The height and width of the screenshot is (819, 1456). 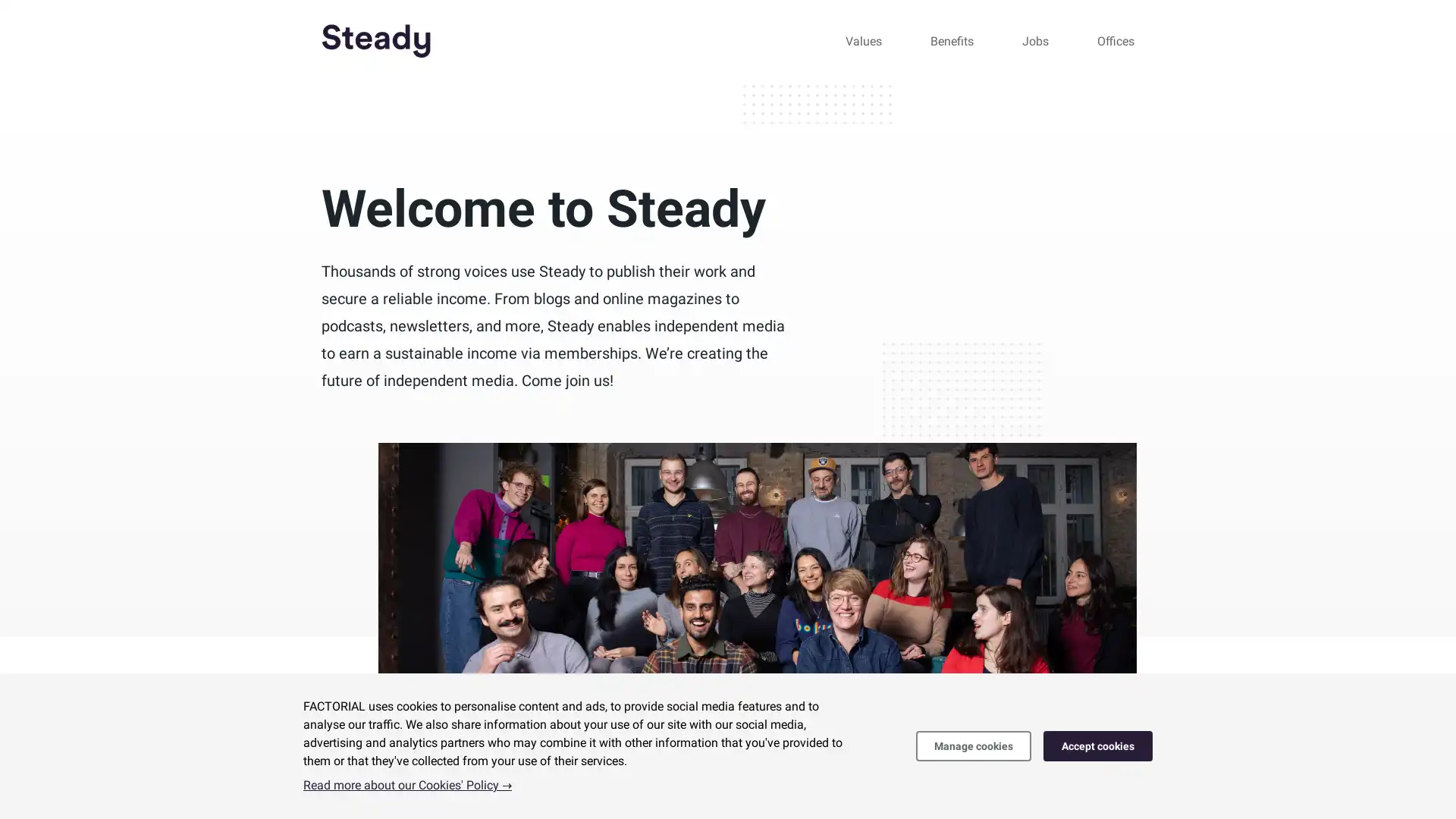 What do you see at coordinates (973, 745) in the screenshot?
I see `Manage cookies` at bounding box center [973, 745].